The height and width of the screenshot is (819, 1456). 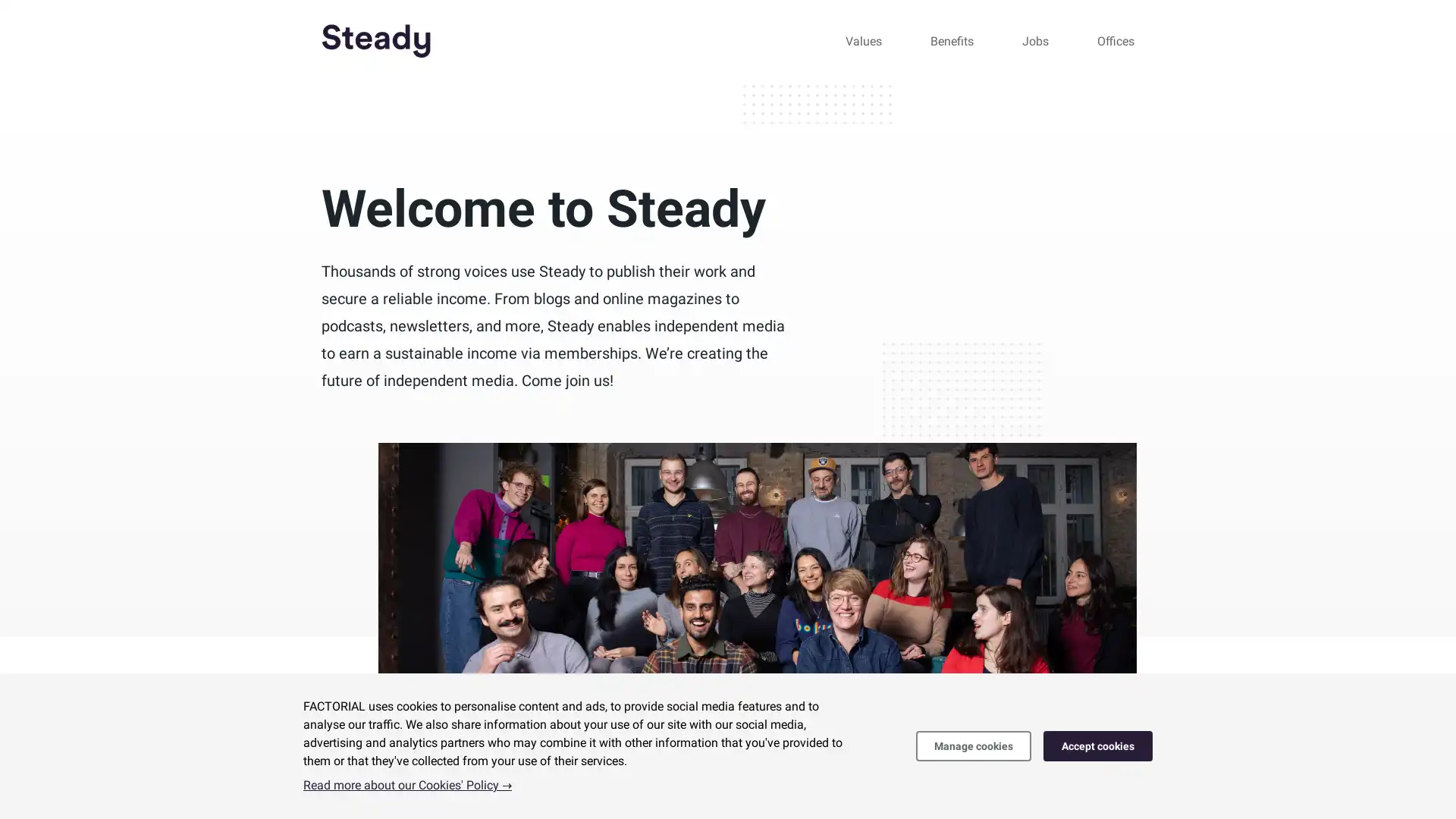 What do you see at coordinates (973, 745) in the screenshot?
I see `Manage cookies` at bounding box center [973, 745].